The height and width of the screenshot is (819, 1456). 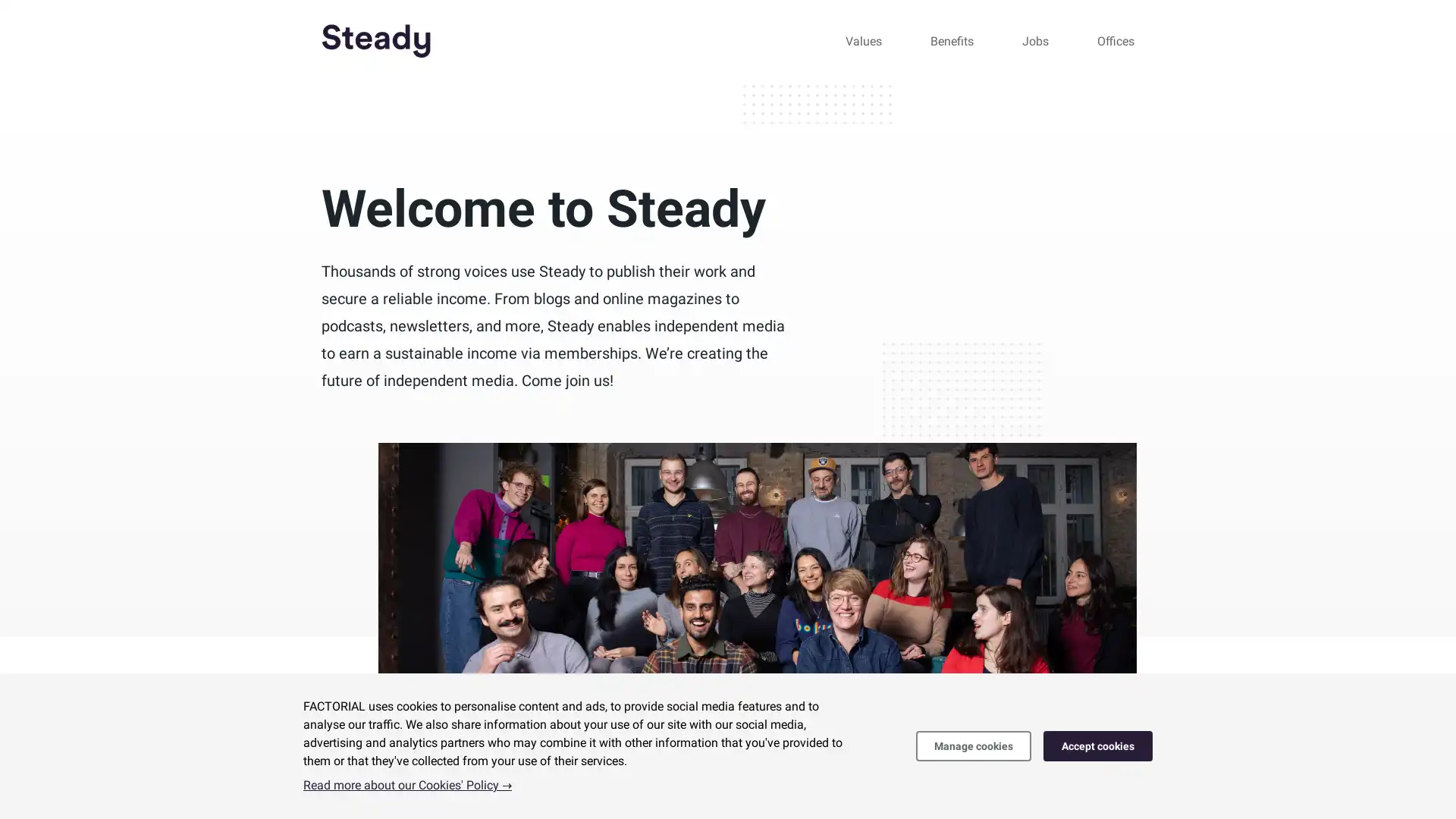 What do you see at coordinates (973, 745) in the screenshot?
I see `Manage cookies` at bounding box center [973, 745].